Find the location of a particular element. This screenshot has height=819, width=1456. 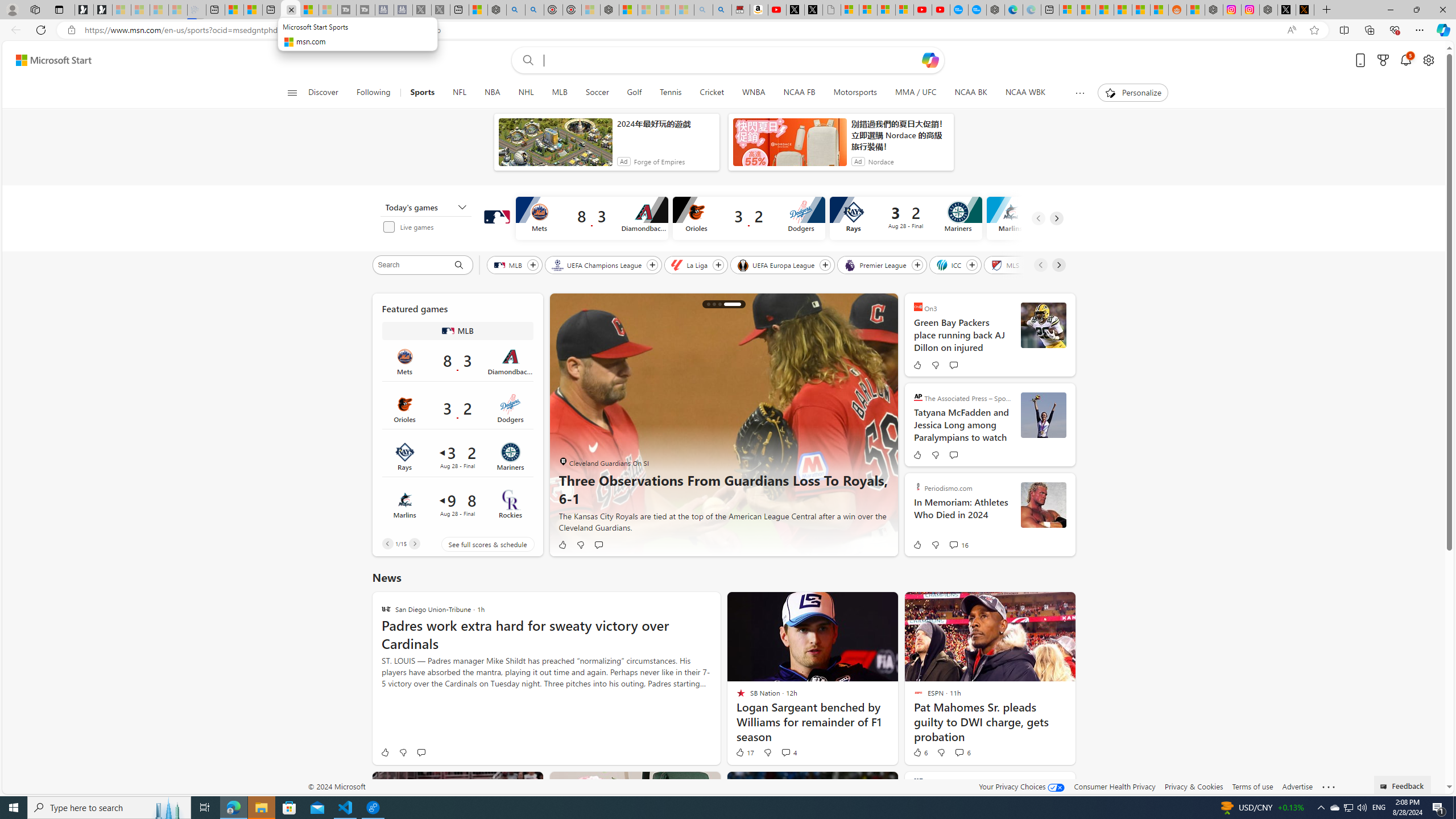

'Follow MLB' is located at coordinates (532, 265).